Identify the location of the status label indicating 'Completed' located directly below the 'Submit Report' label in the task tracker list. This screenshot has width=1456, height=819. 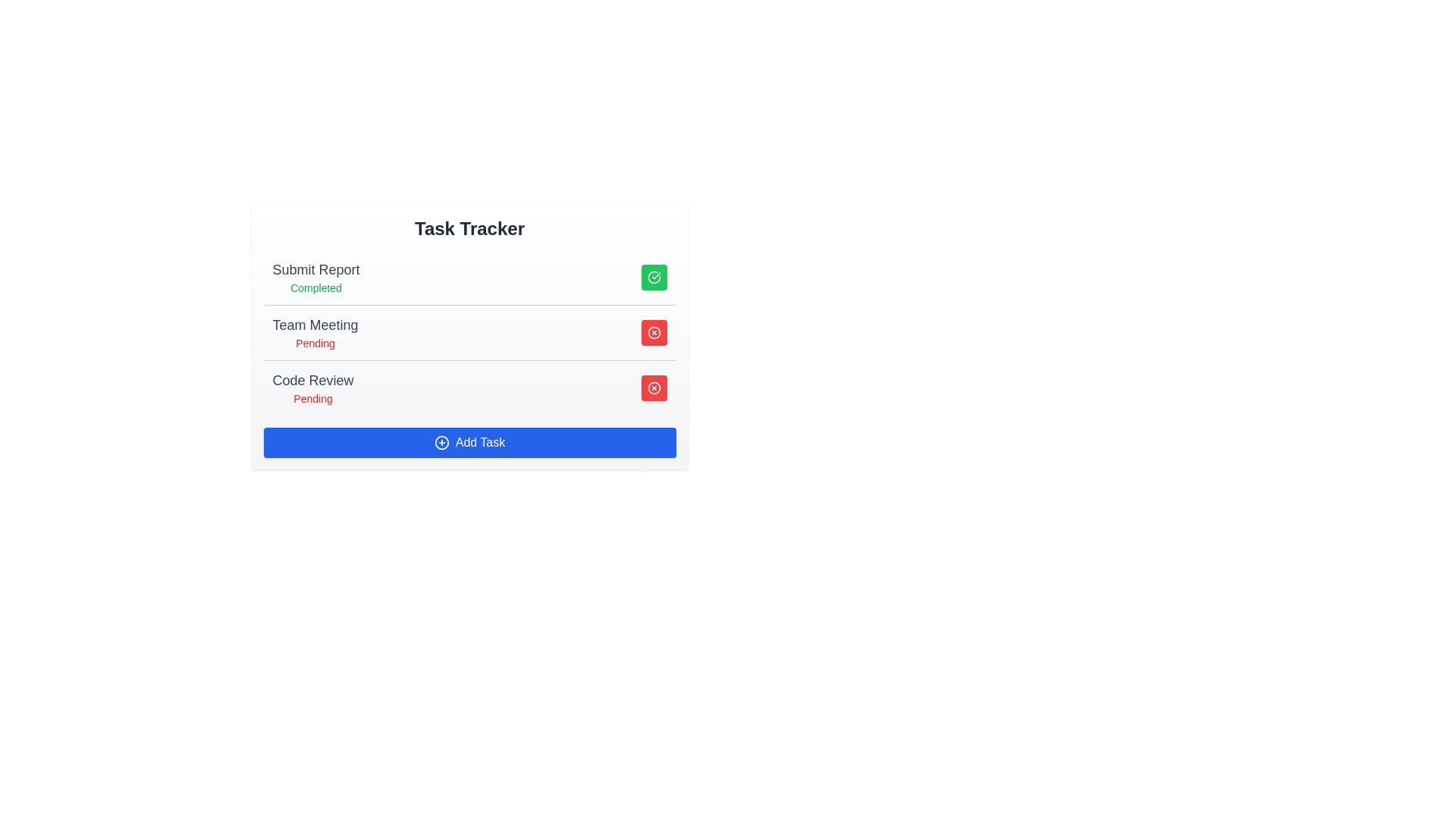
(315, 288).